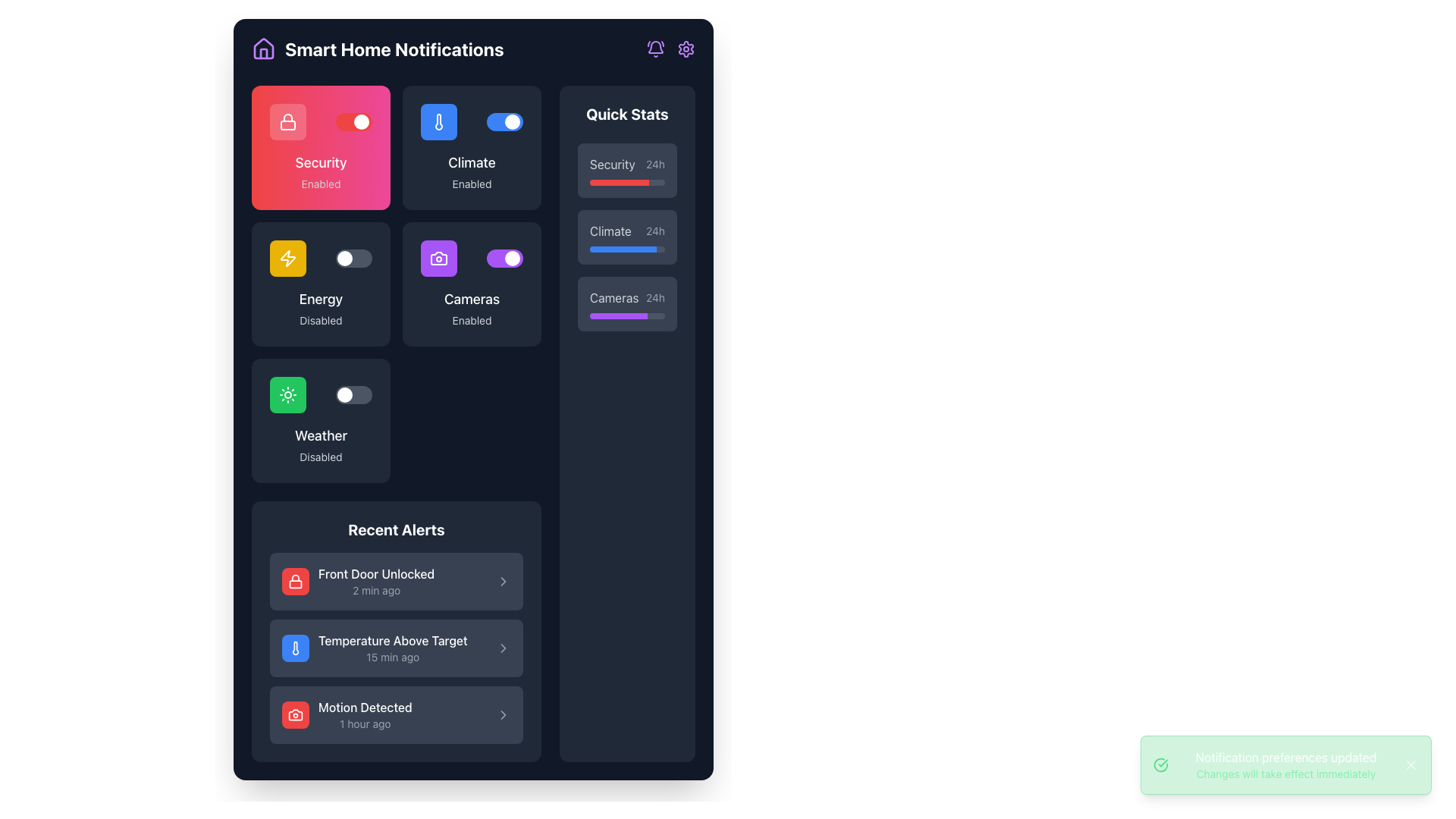  Describe the element at coordinates (295, 648) in the screenshot. I see `the icon in the 'Recent Alerts' section that represents the alert type for 'Temperature Above Target', located to the left of the alert text` at that location.